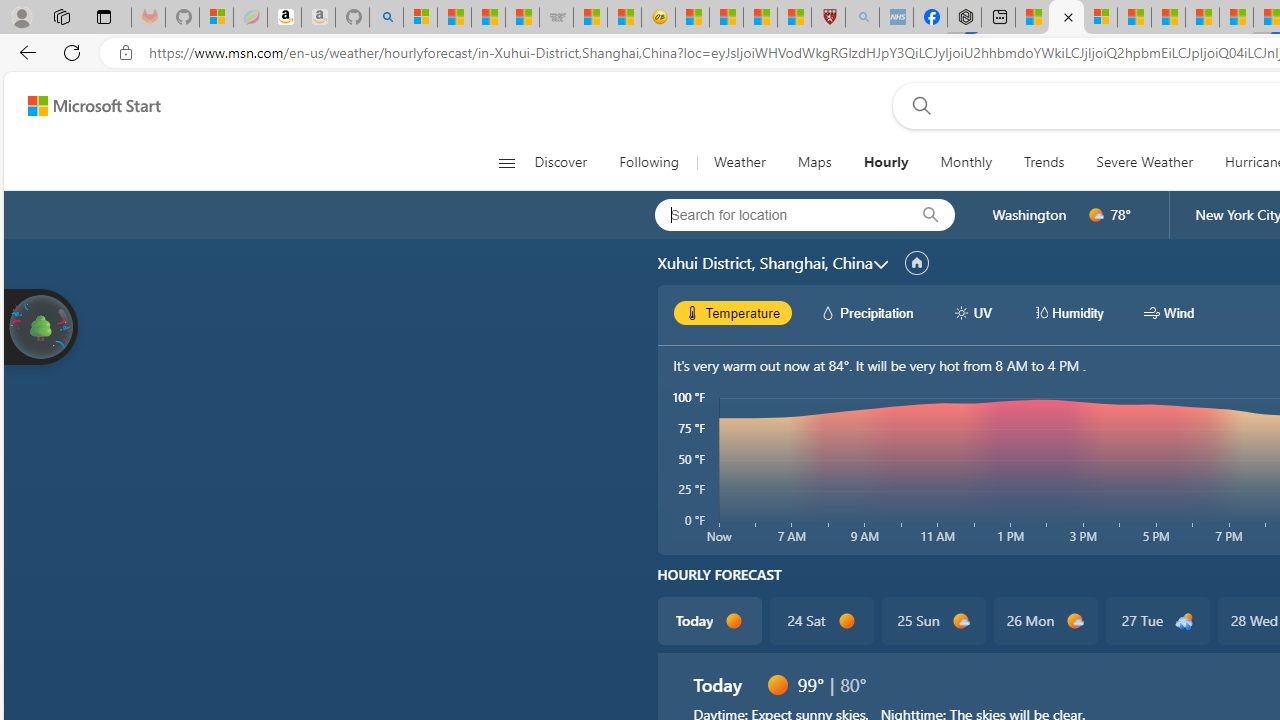 The width and height of the screenshot is (1280, 720). Describe the element at coordinates (884, 162) in the screenshot. I see `'Hourly'` at that location.